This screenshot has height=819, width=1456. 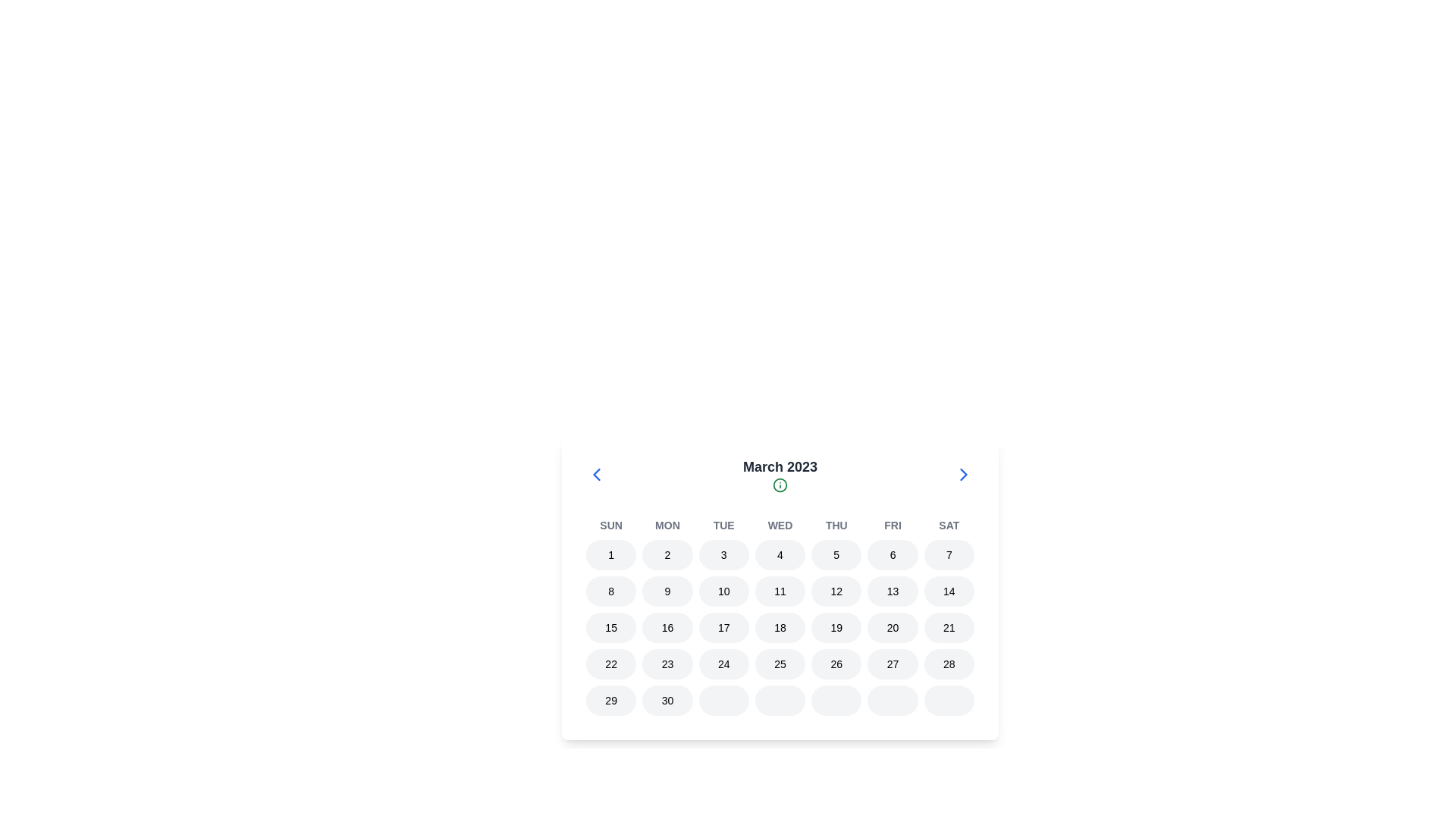 What do you see at coordinates (596, 473) in the screenshot?
I see `the left-pointing chevron arrow icon in the SVG element` at bounding box center [596, 473].